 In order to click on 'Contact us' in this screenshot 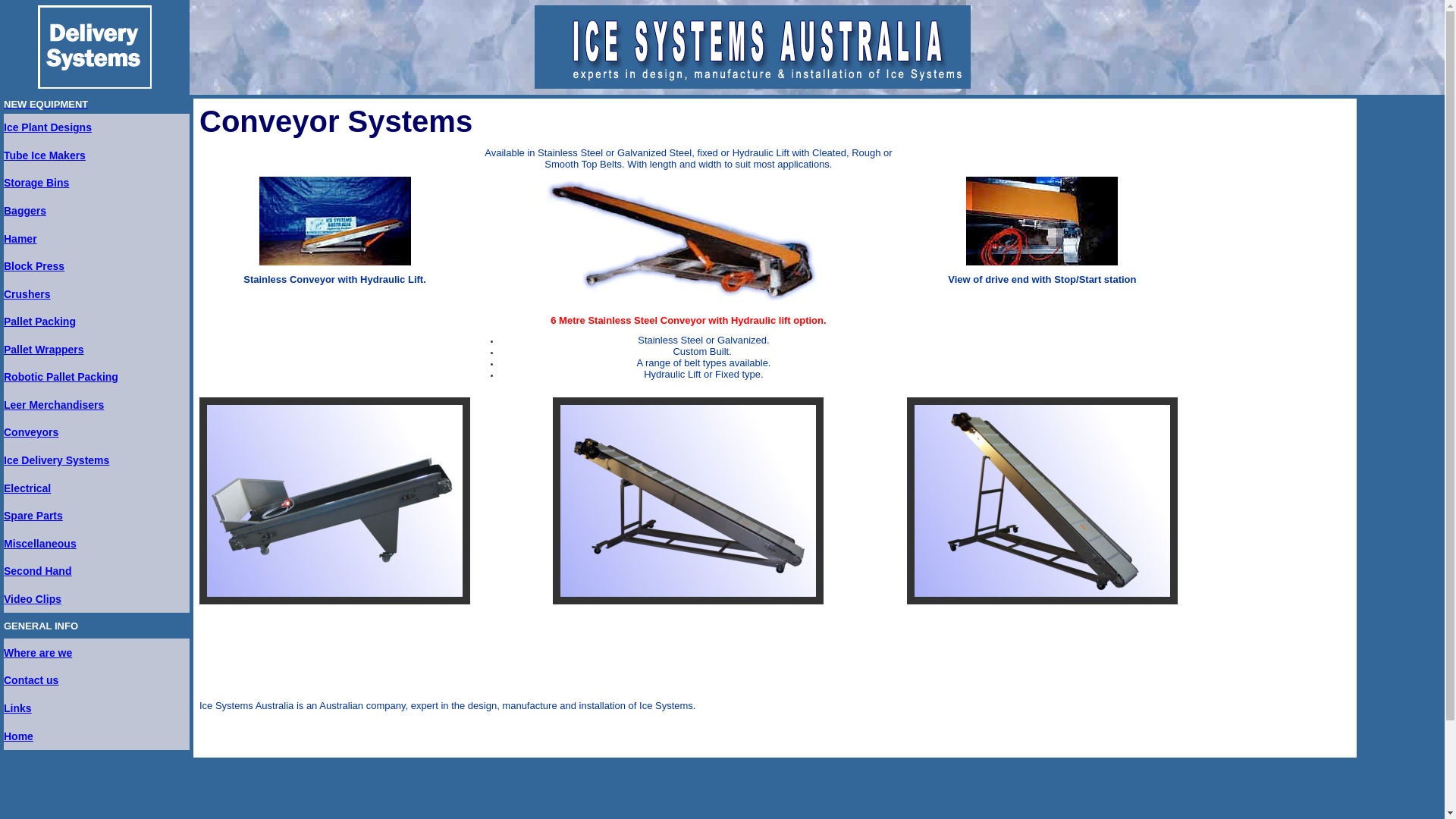, I will do `click(31, 679)`.